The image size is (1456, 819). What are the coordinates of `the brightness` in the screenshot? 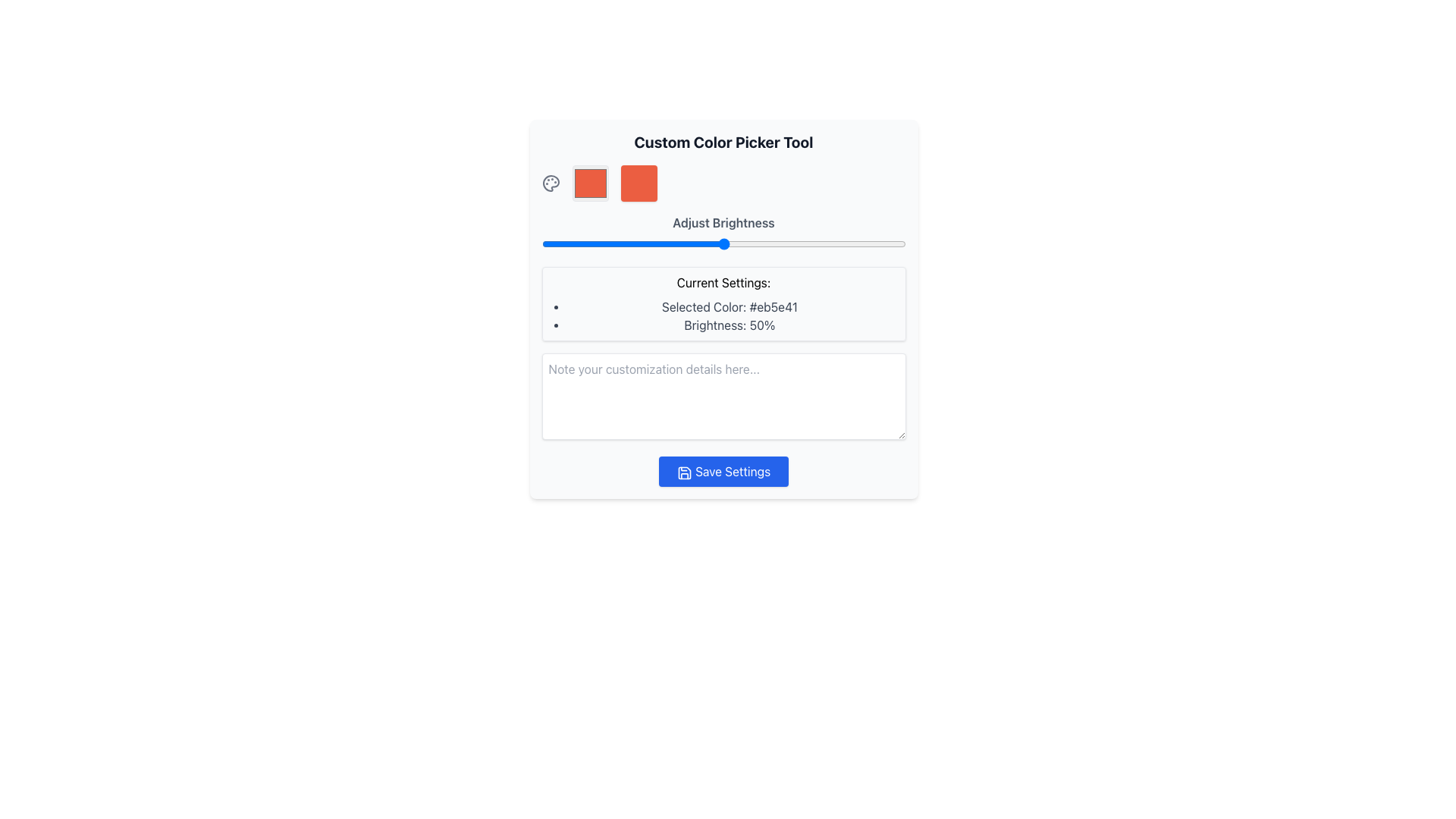 It's located at (723, 243).